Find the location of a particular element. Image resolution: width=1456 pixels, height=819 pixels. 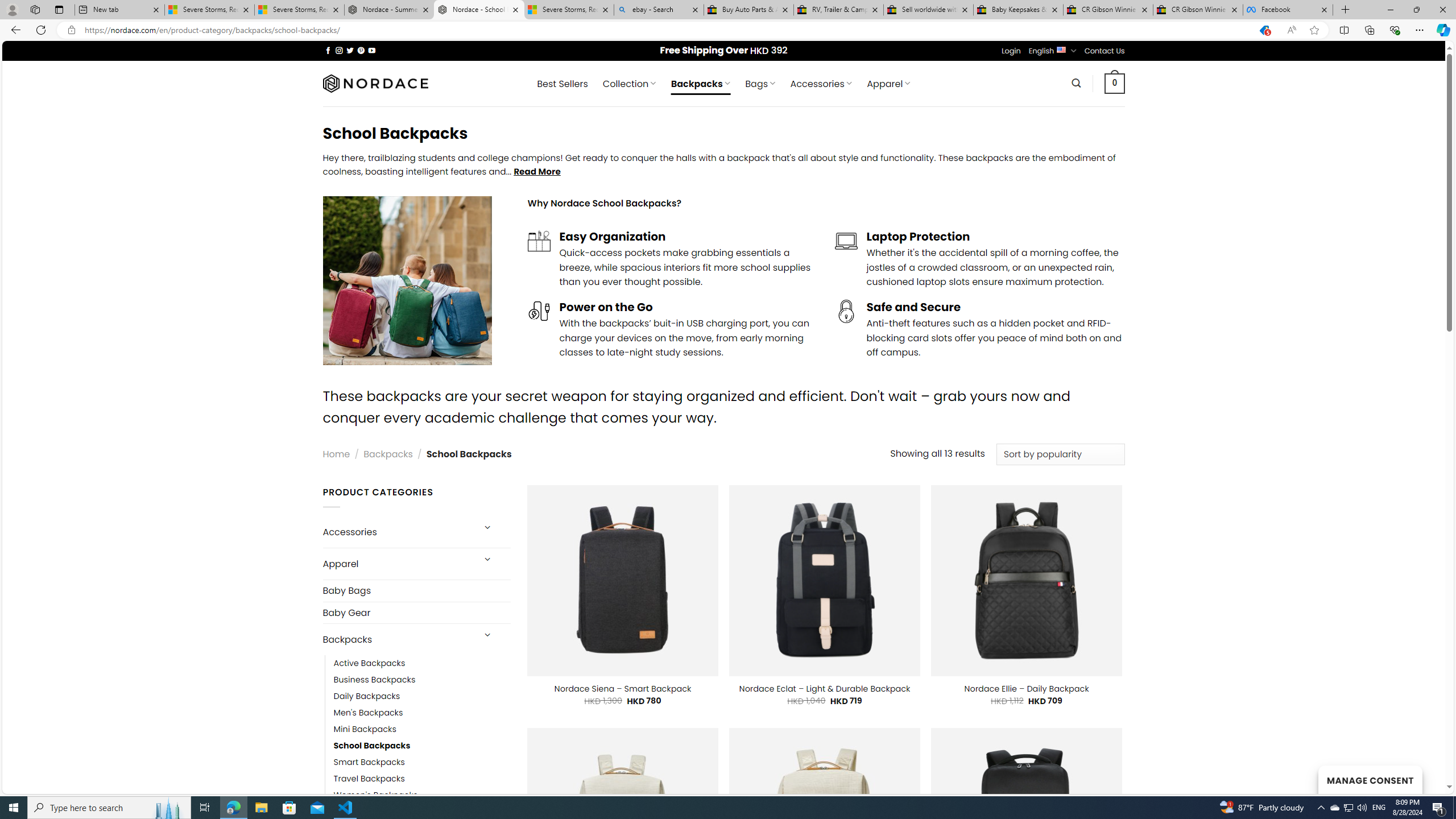

'Men' is located at coordinates (368, 712).